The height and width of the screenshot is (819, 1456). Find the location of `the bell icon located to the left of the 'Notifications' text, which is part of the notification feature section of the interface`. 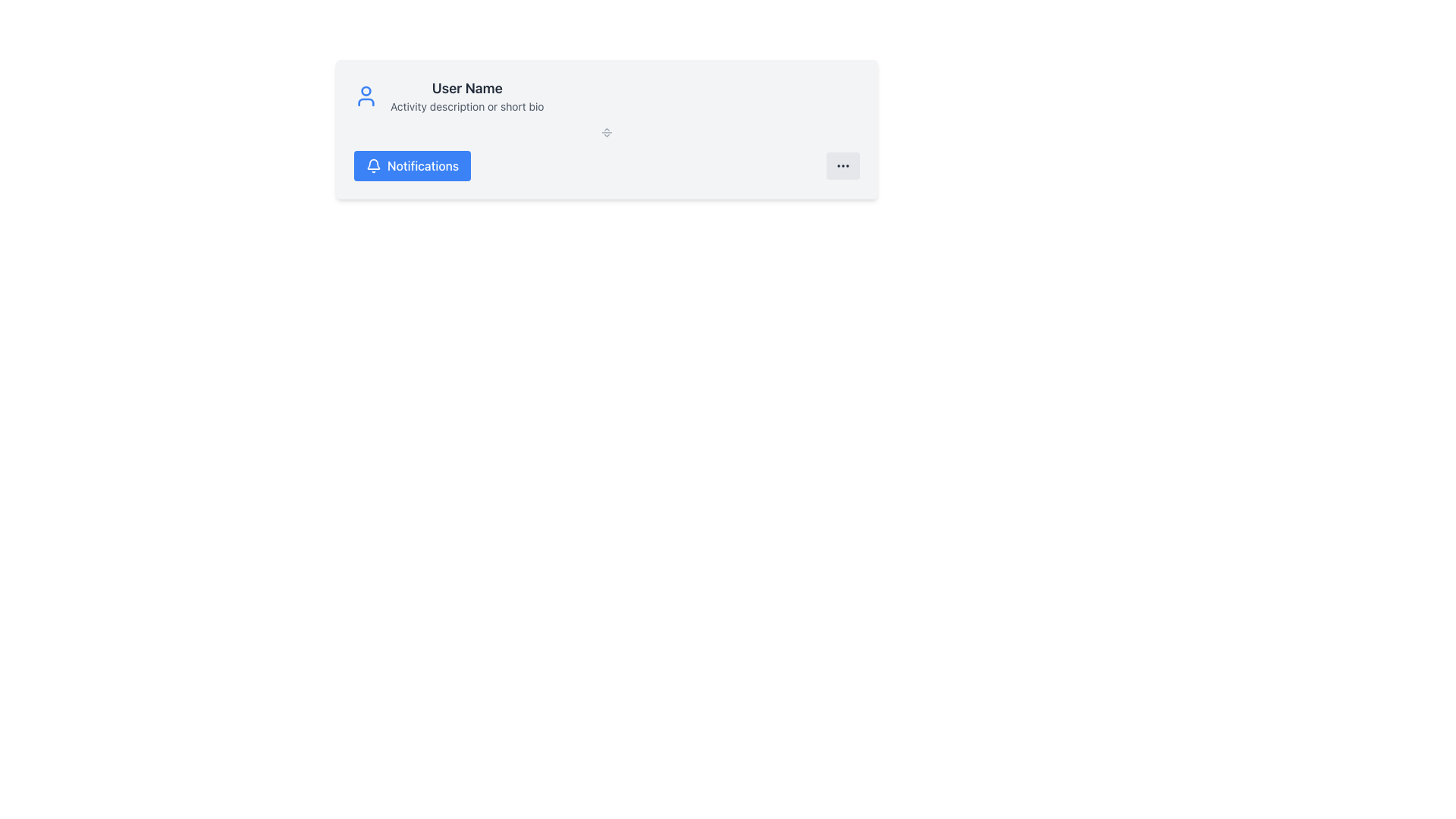

the bell icon located to the left of the 'Notifications' text, which is part of the notification feature section of the interface is located at coordinates (374, 164).